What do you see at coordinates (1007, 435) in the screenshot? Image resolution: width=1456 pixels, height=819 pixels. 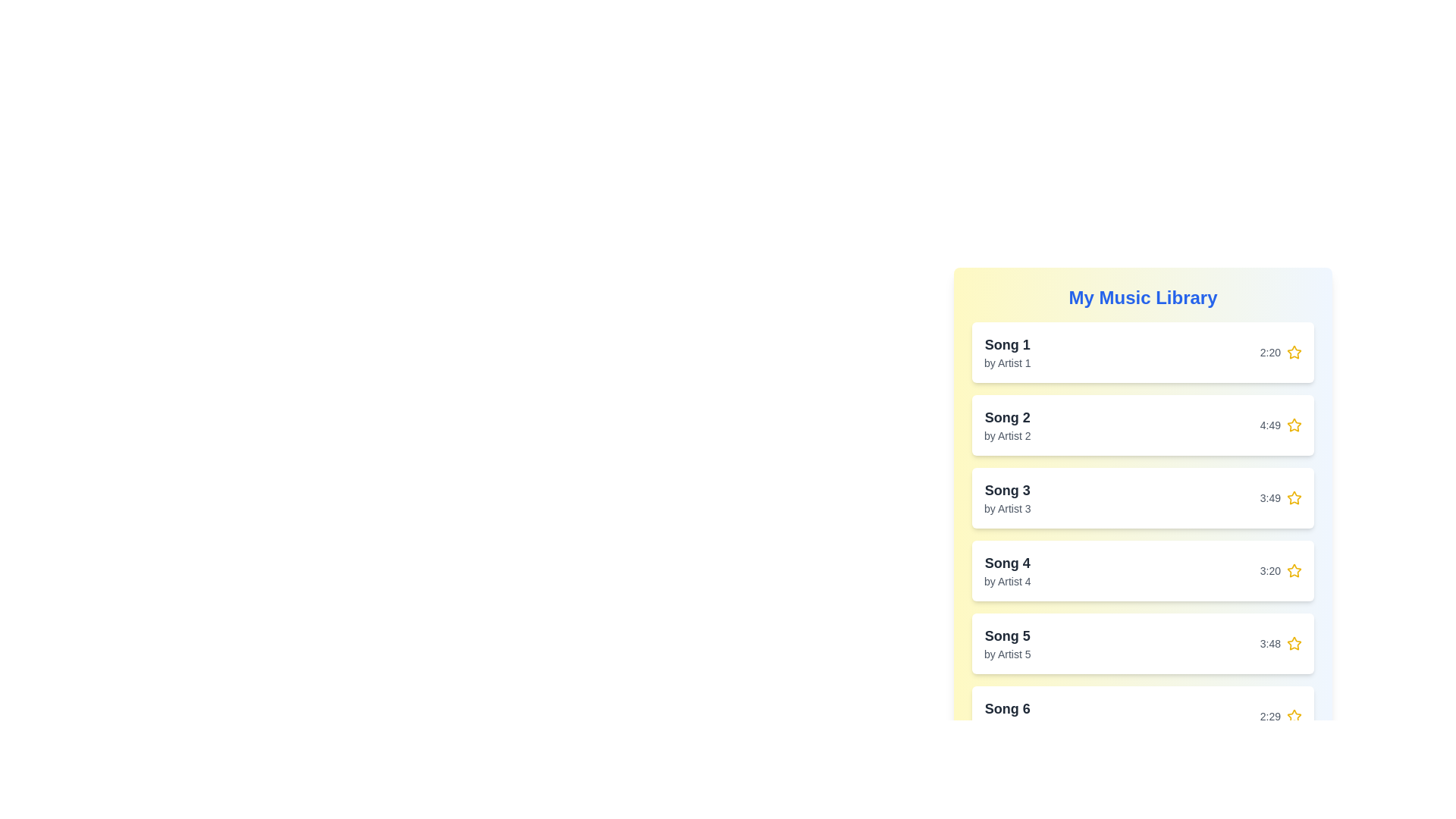 I see `the Text label that indicates the artist associated with the song 'Song 2', positioned below the title 'Song 2' in the music list` at bounding box center [1007, 435].